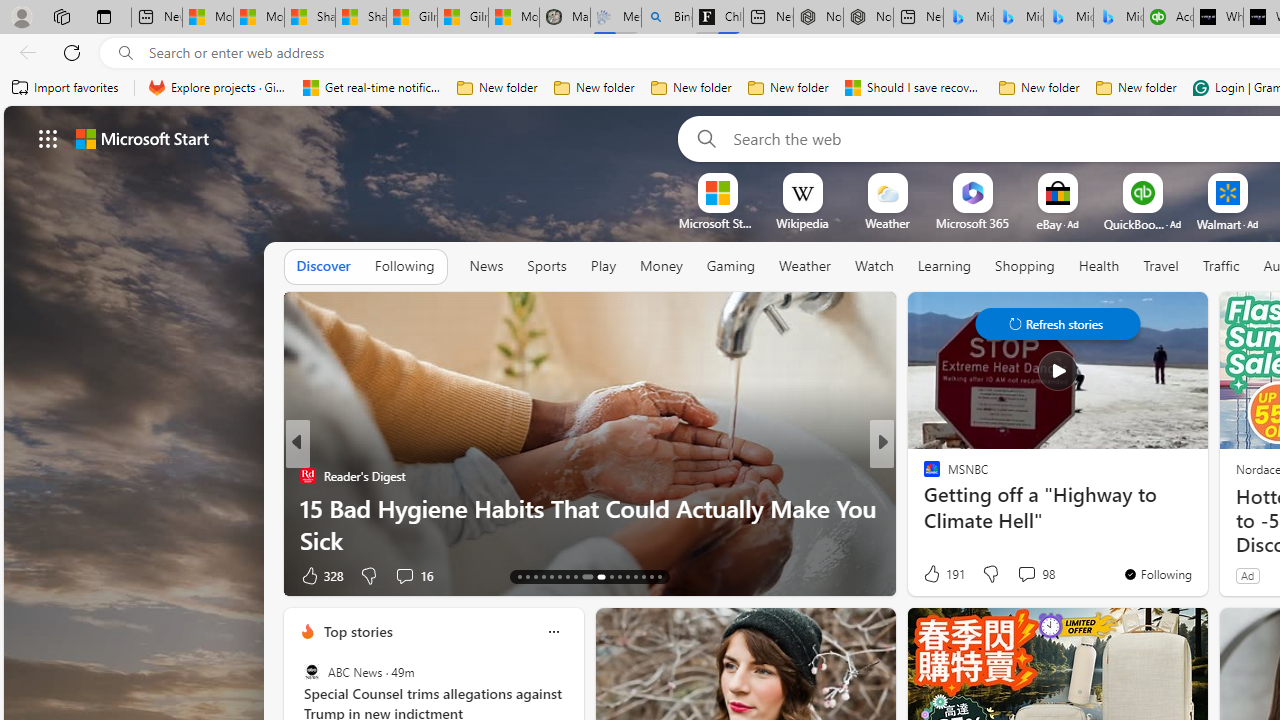 This screenshot has width=1280, height=720. I want to click on 'Watch', so click(874, 266).